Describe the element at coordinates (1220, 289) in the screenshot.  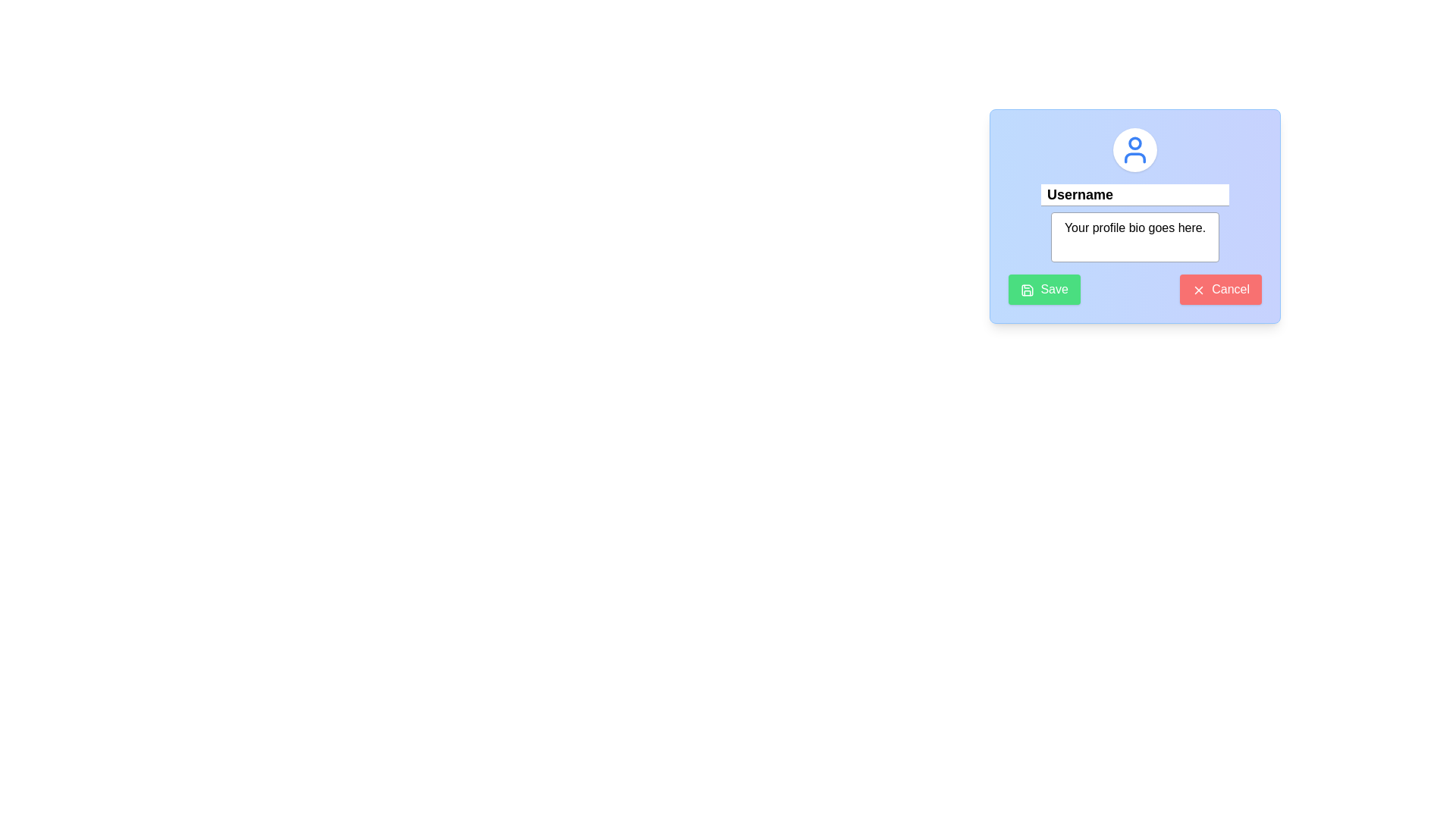
I see `the cancel button located at the bottom-right corner of the modal, directly to the right of the green 'Save' button` at that location.